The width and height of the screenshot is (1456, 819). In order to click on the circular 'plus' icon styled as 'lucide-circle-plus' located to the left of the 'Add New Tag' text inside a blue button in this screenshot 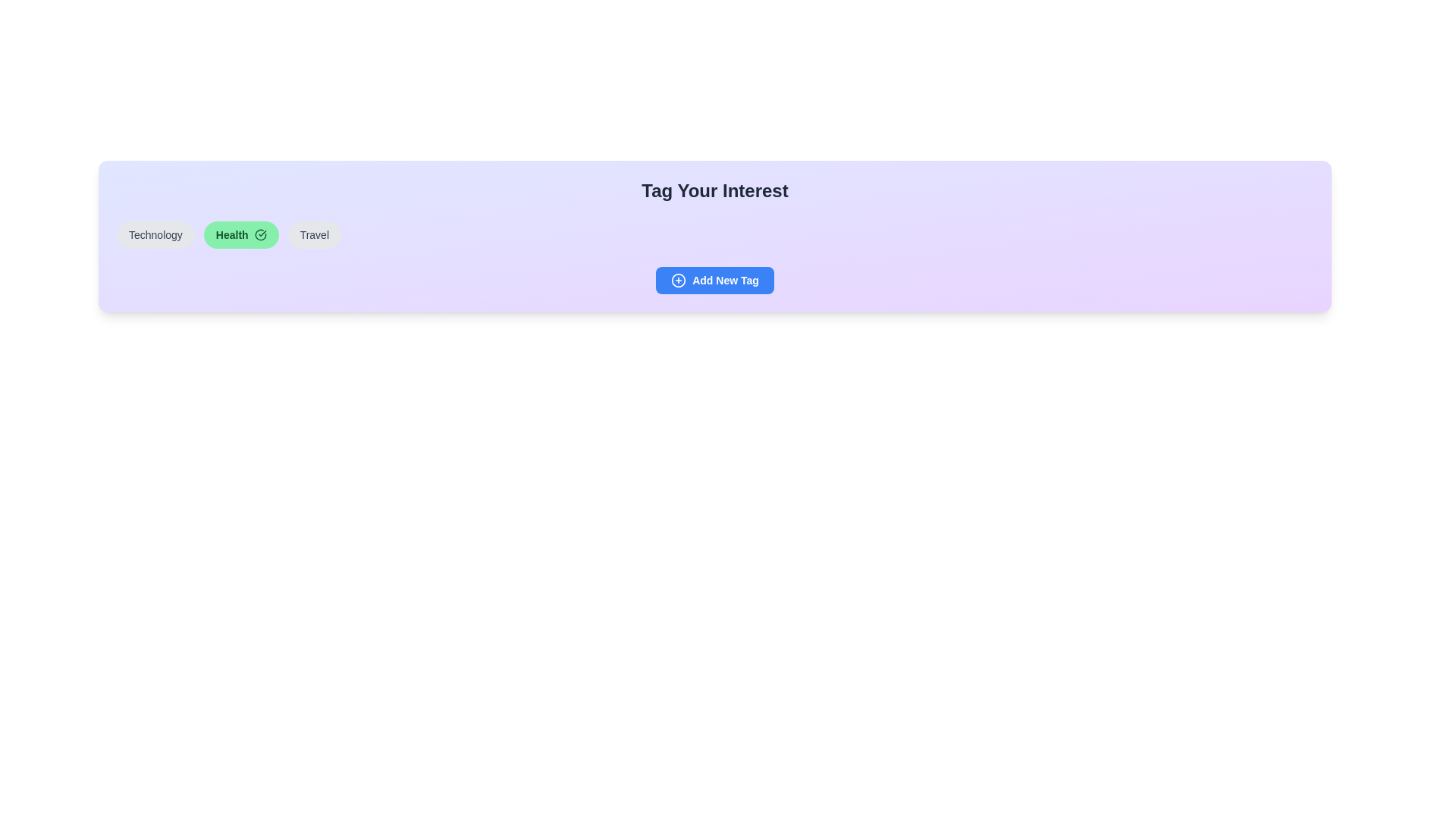, I will do `click(678, 281)`.